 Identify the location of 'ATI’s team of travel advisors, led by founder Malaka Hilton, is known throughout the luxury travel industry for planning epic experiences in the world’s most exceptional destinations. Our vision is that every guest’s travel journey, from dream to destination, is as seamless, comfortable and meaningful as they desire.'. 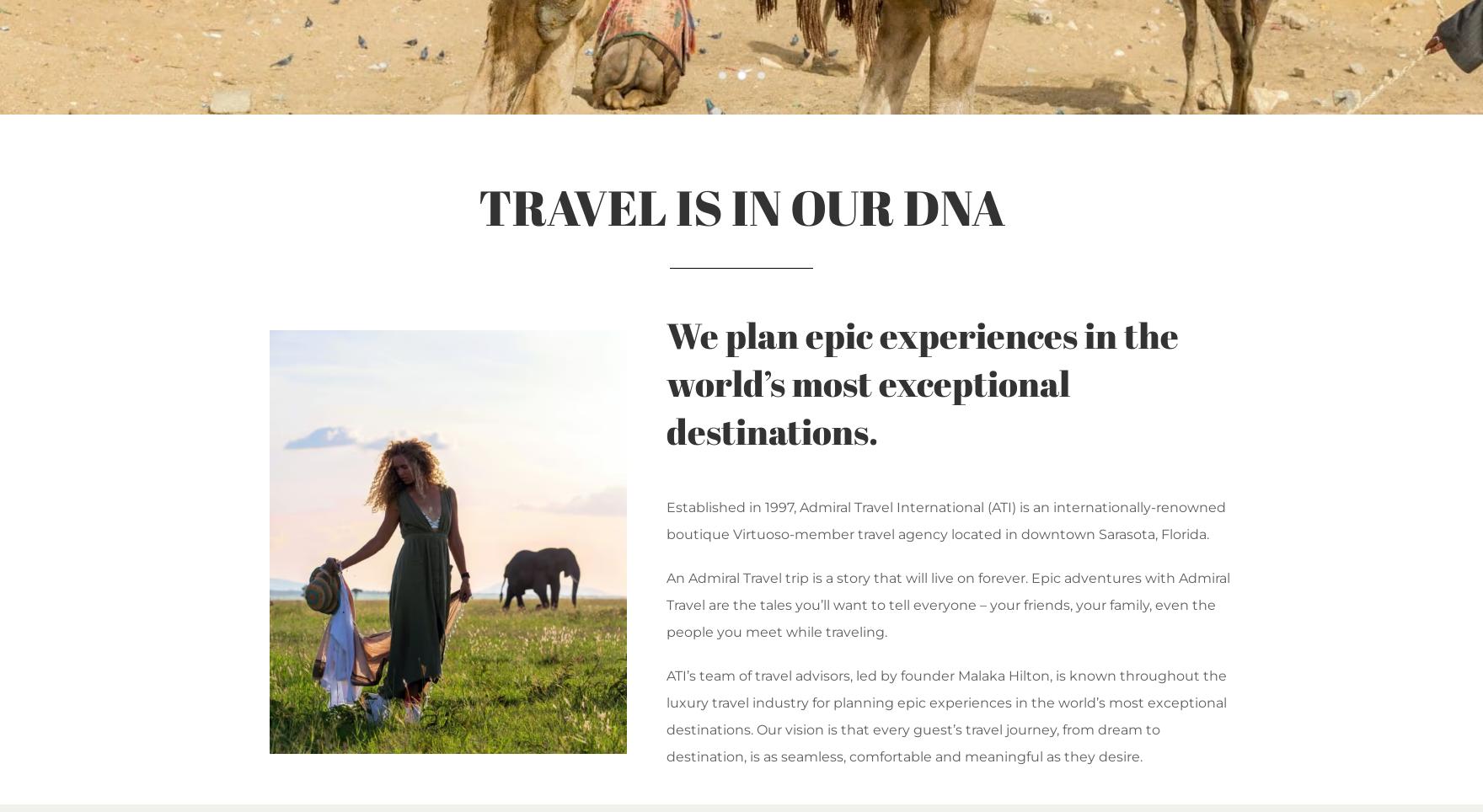
(945, 716).